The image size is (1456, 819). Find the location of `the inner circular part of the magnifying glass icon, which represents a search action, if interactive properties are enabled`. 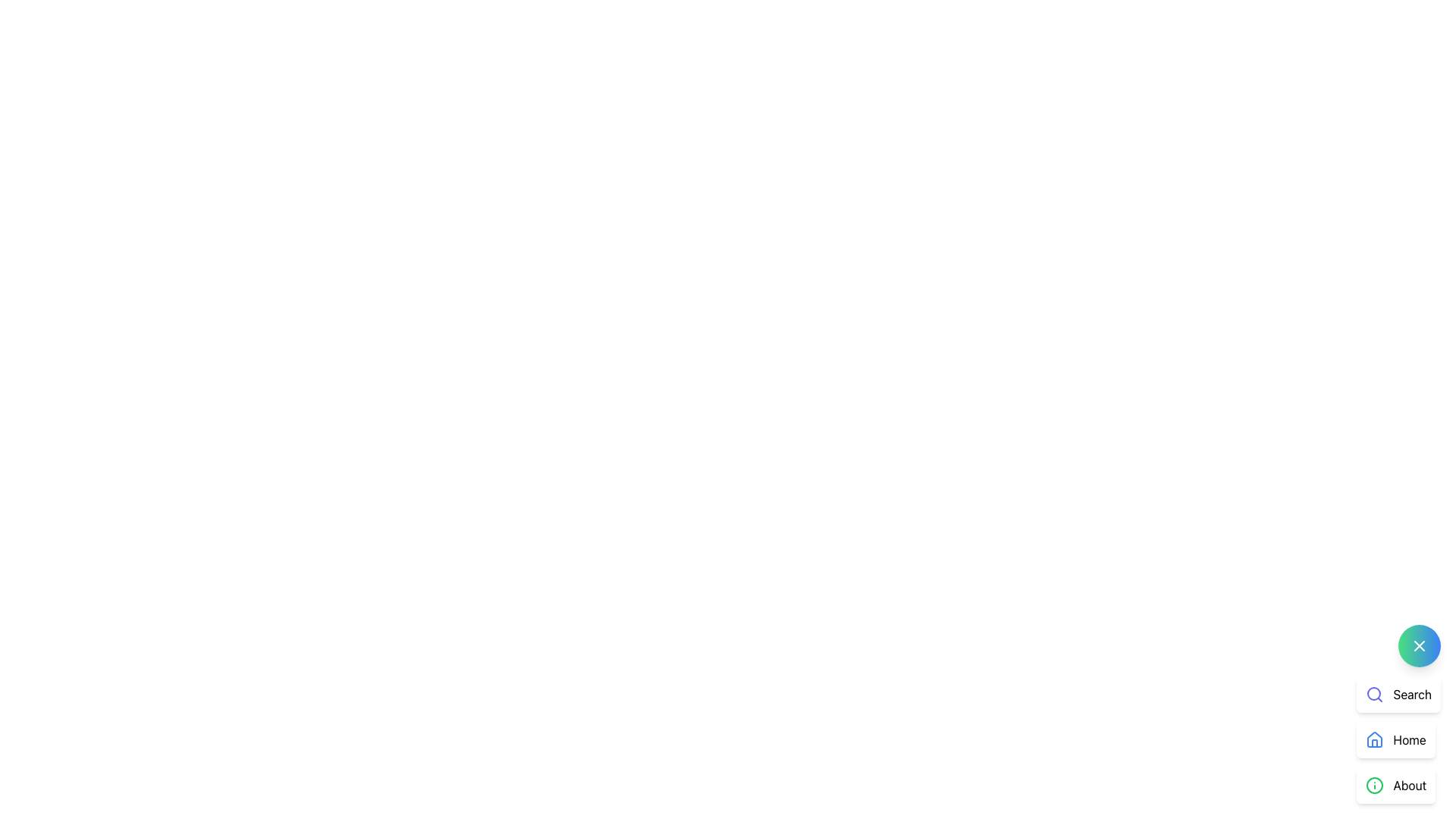

the inner circular part of the magnifying glass icon, which represents a search action, if interactive properties are enabled is located at coordinates (1374, 693).